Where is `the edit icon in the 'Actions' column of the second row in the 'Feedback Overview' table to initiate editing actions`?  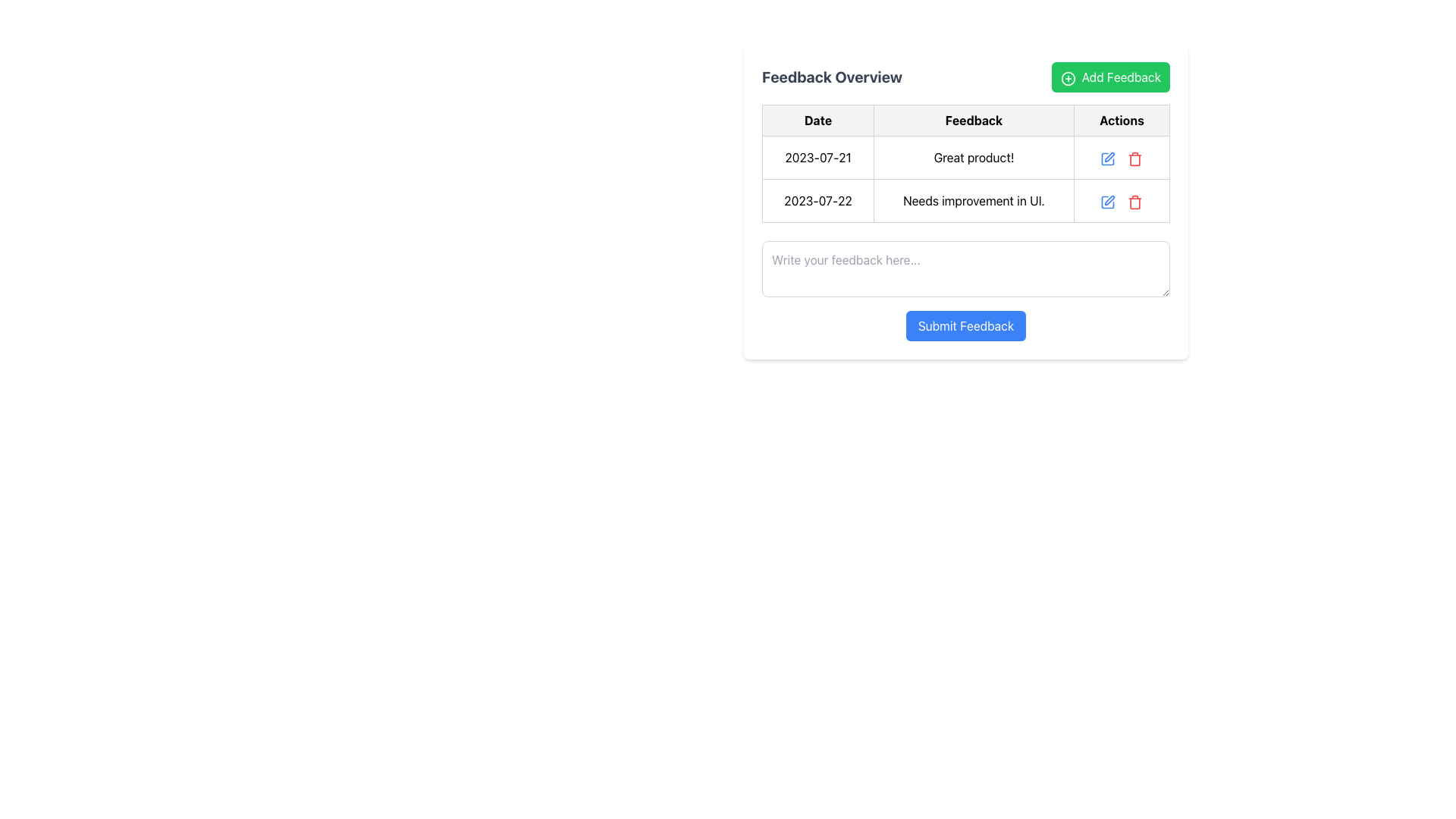
the edit icon in the 'Actions' column of the second row in the 'Feedback Overview' table to initiate editing actions is located at coordinates (1107, 201).